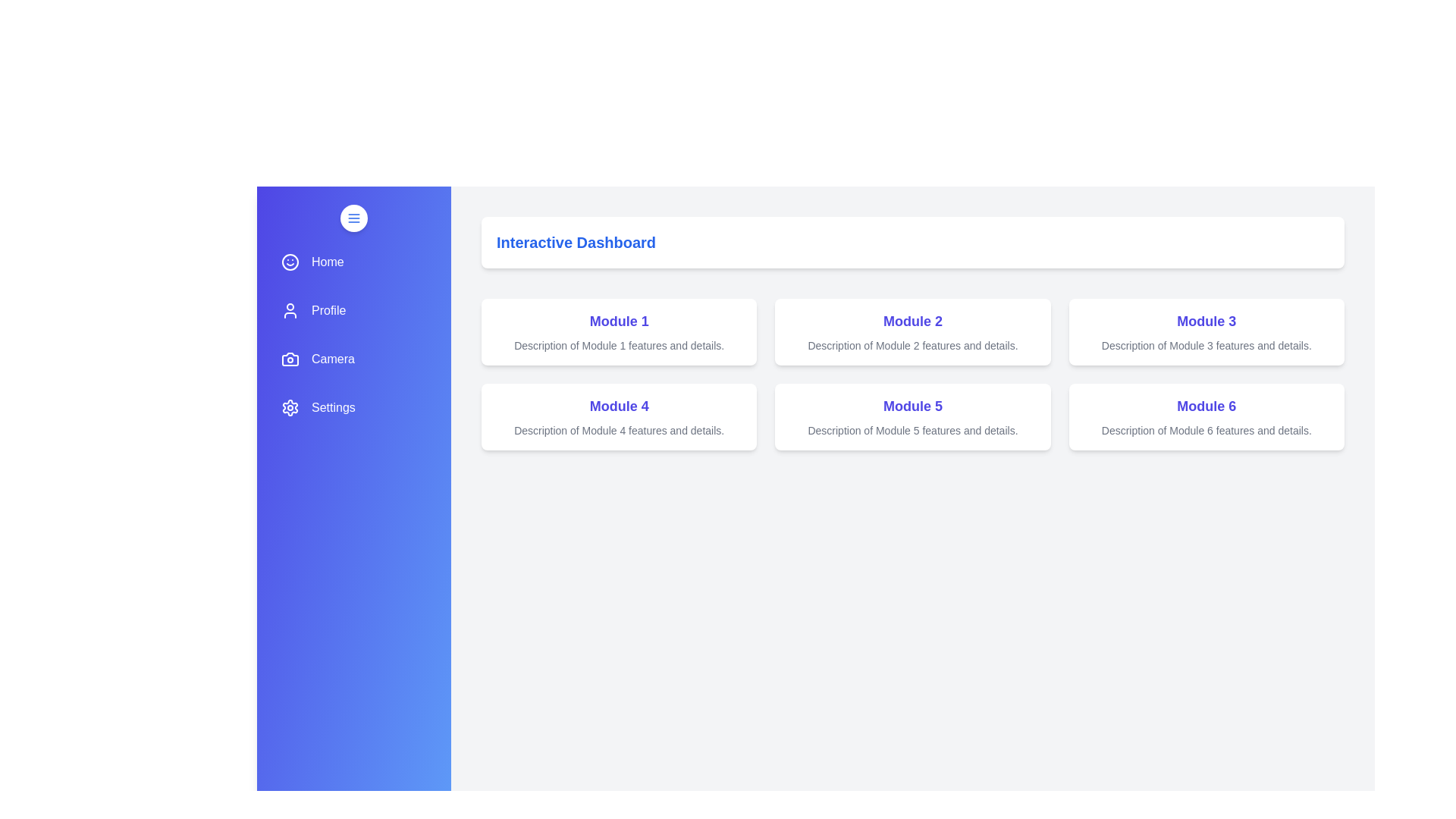 This screenshot has width=1456, height=819. I want to click on the text label that displays 'Module 1' in large, bold purple font, located at the top left of the grid layout within a white card interface, so click(619, 321).